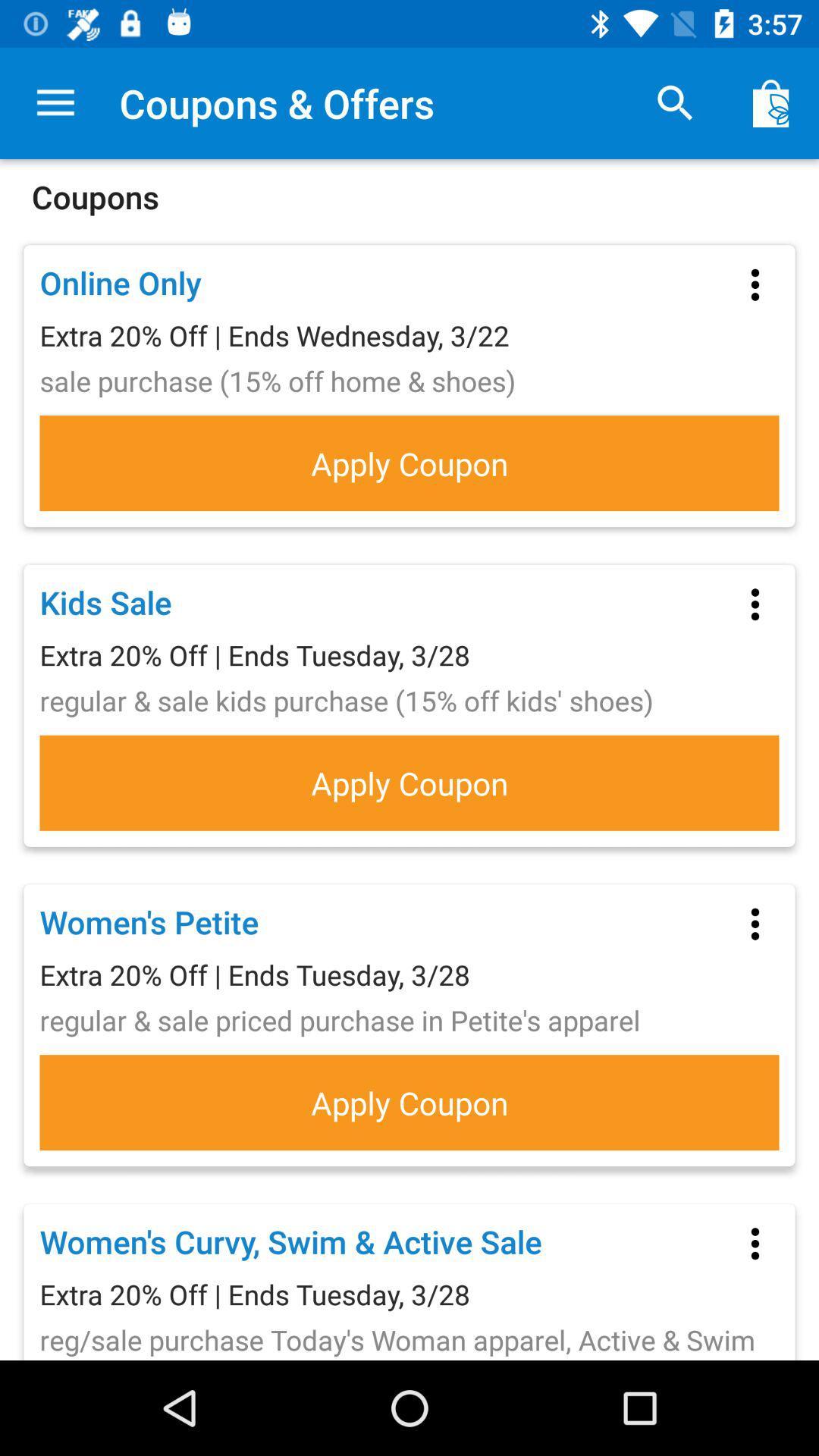 The width and height of the screenshot is (819, 1456). I want to click on the icon to the right of the coupons & offers icon, so click(675, 102).